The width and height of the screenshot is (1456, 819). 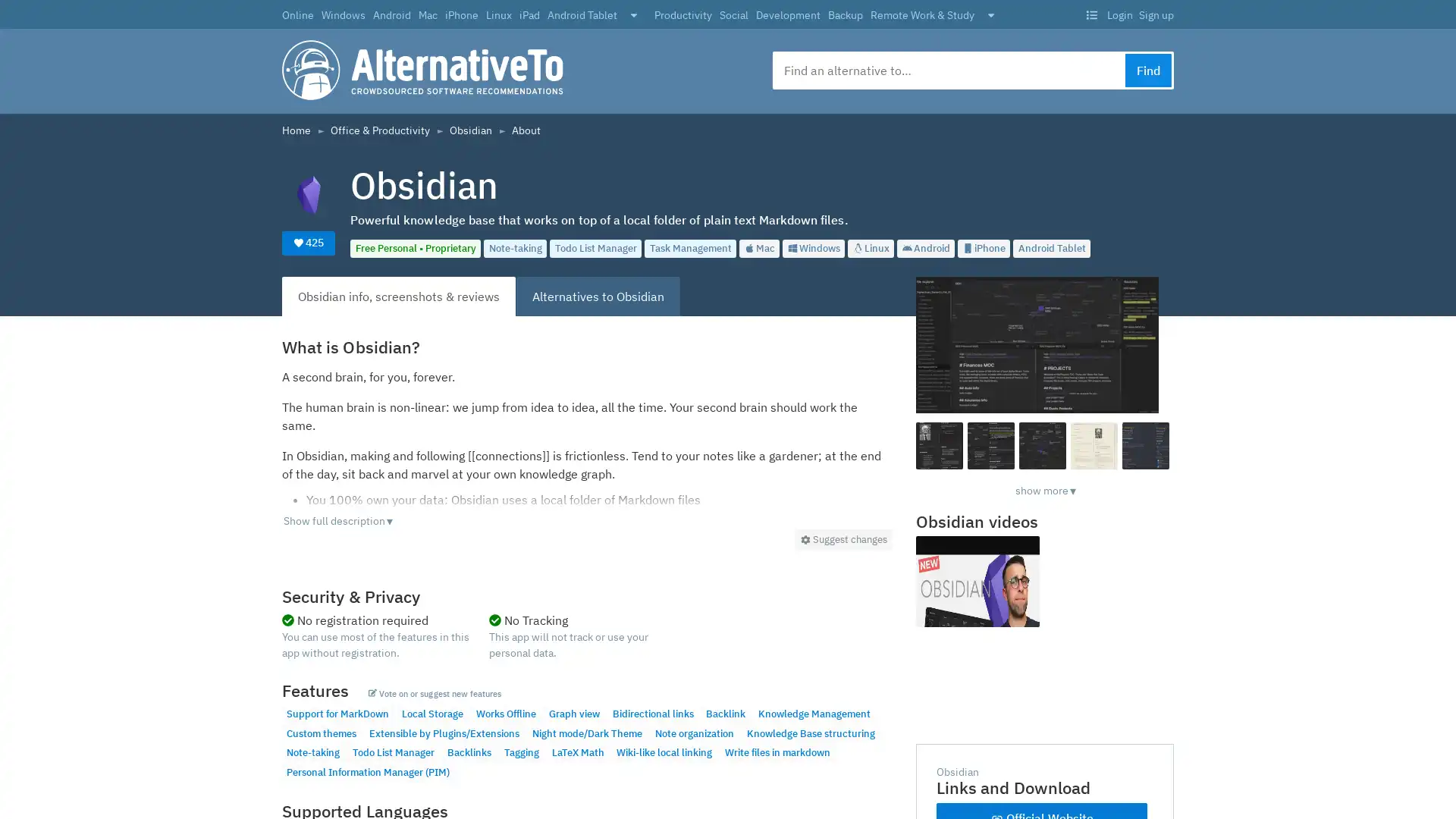 I want to click on Show all platforms, so click(x=633, y=16).